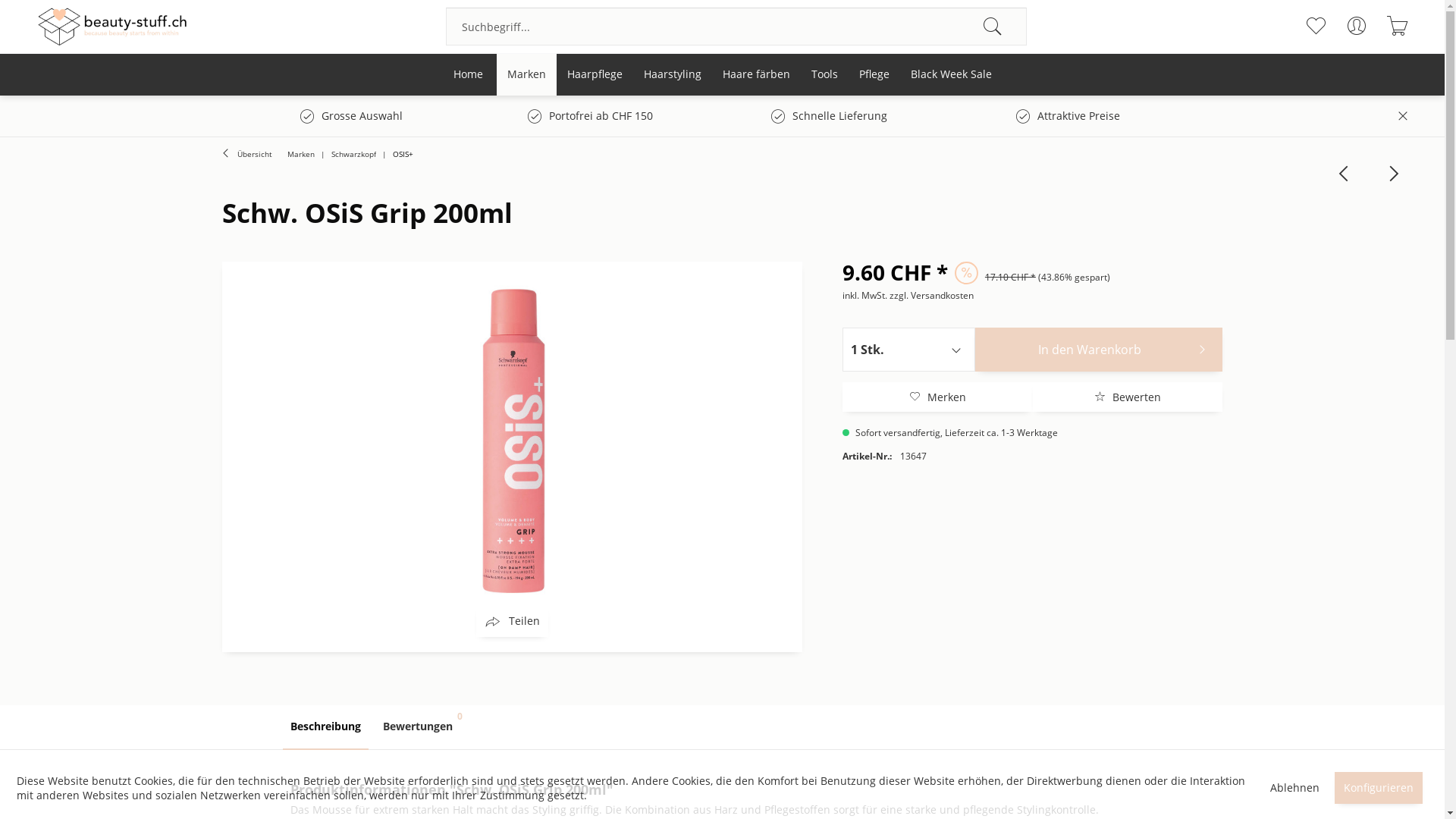 This screenshot has height=819, width=1456. What do you see at coordinates (930, 295) in the screenshot?
I see `'zzgl. Versandkosten'` at bounding box center [930, 295].